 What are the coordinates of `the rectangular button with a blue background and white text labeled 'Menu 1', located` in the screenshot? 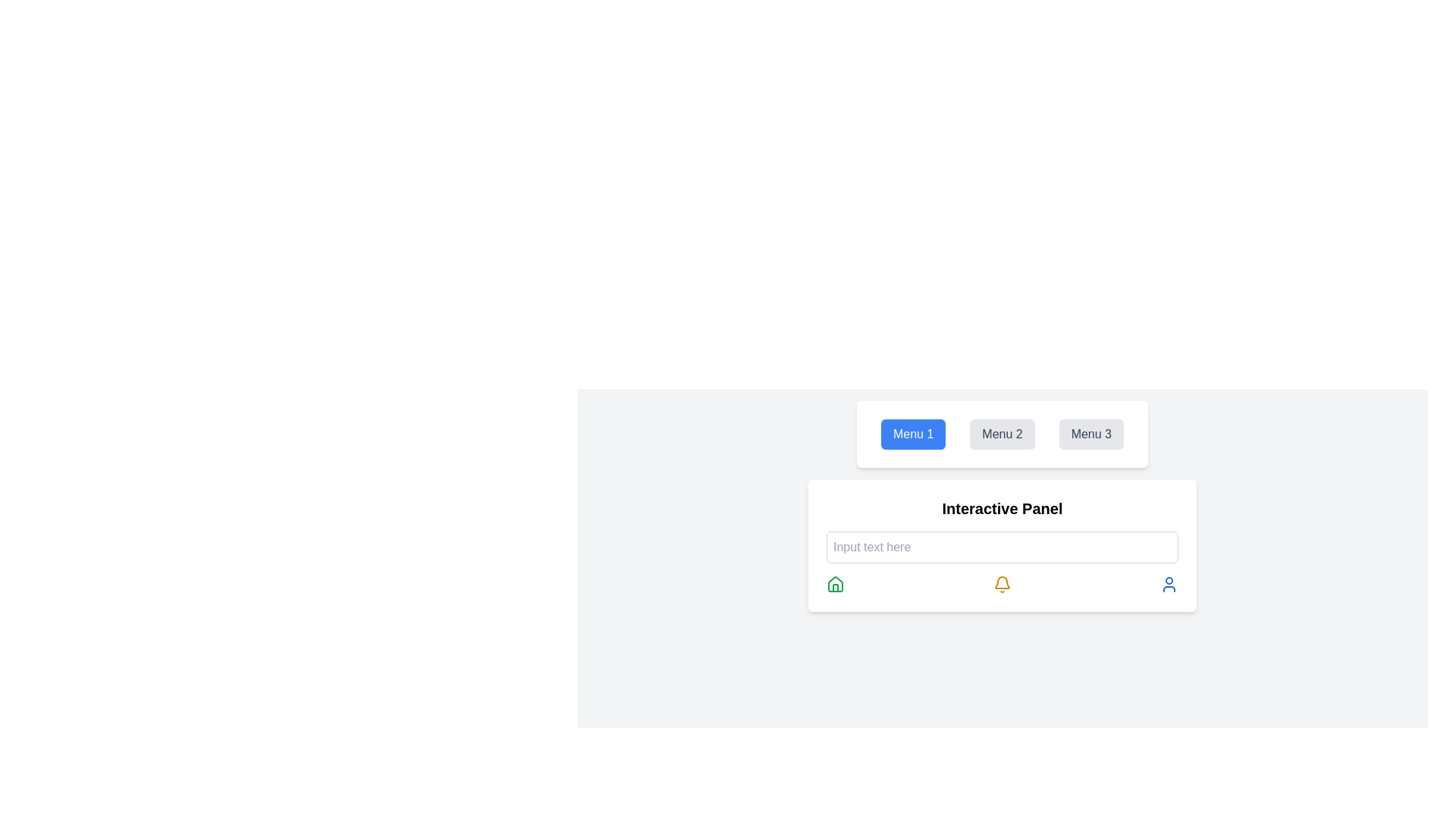 It's located at (912, 435).